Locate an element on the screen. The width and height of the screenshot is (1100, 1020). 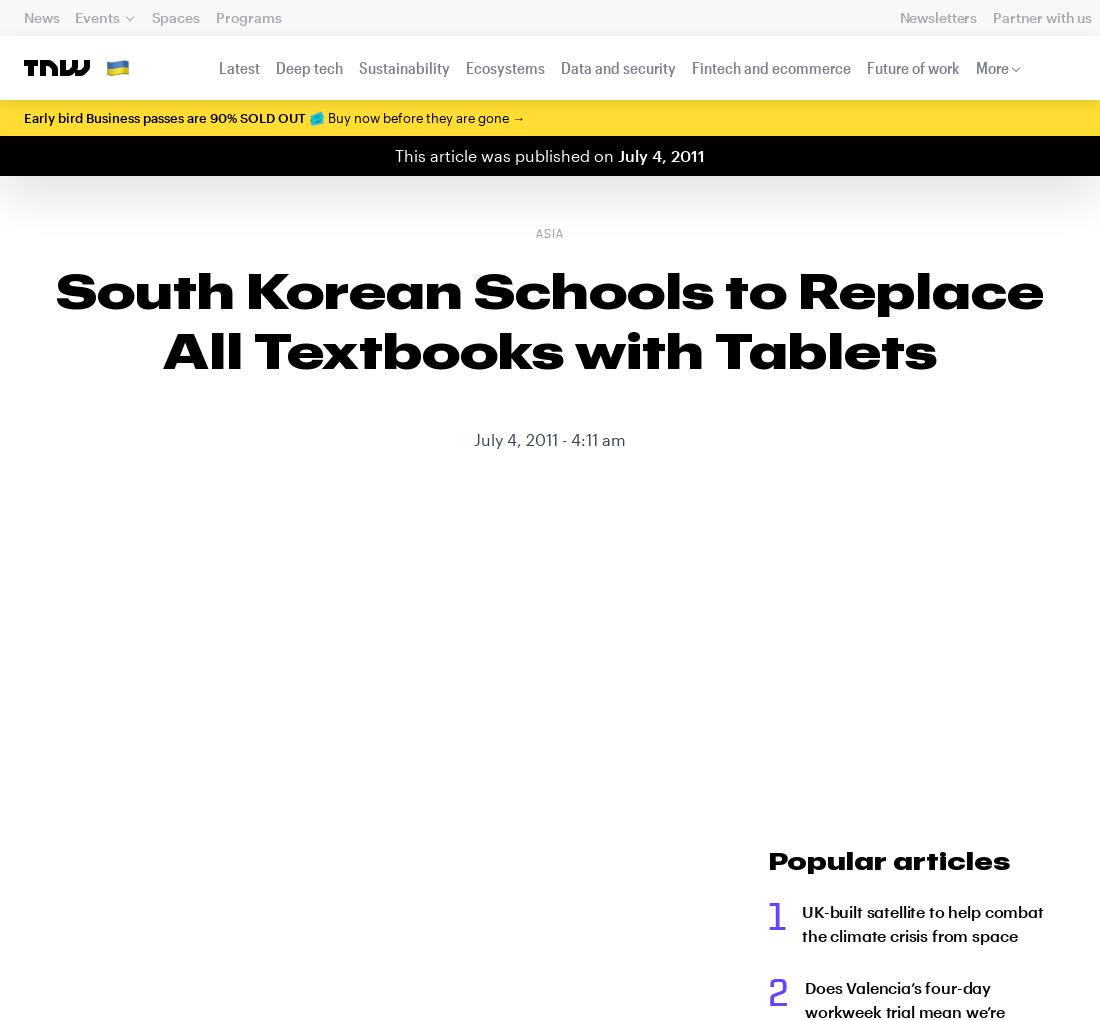
'Asia' is located at coordinates (549, 235).